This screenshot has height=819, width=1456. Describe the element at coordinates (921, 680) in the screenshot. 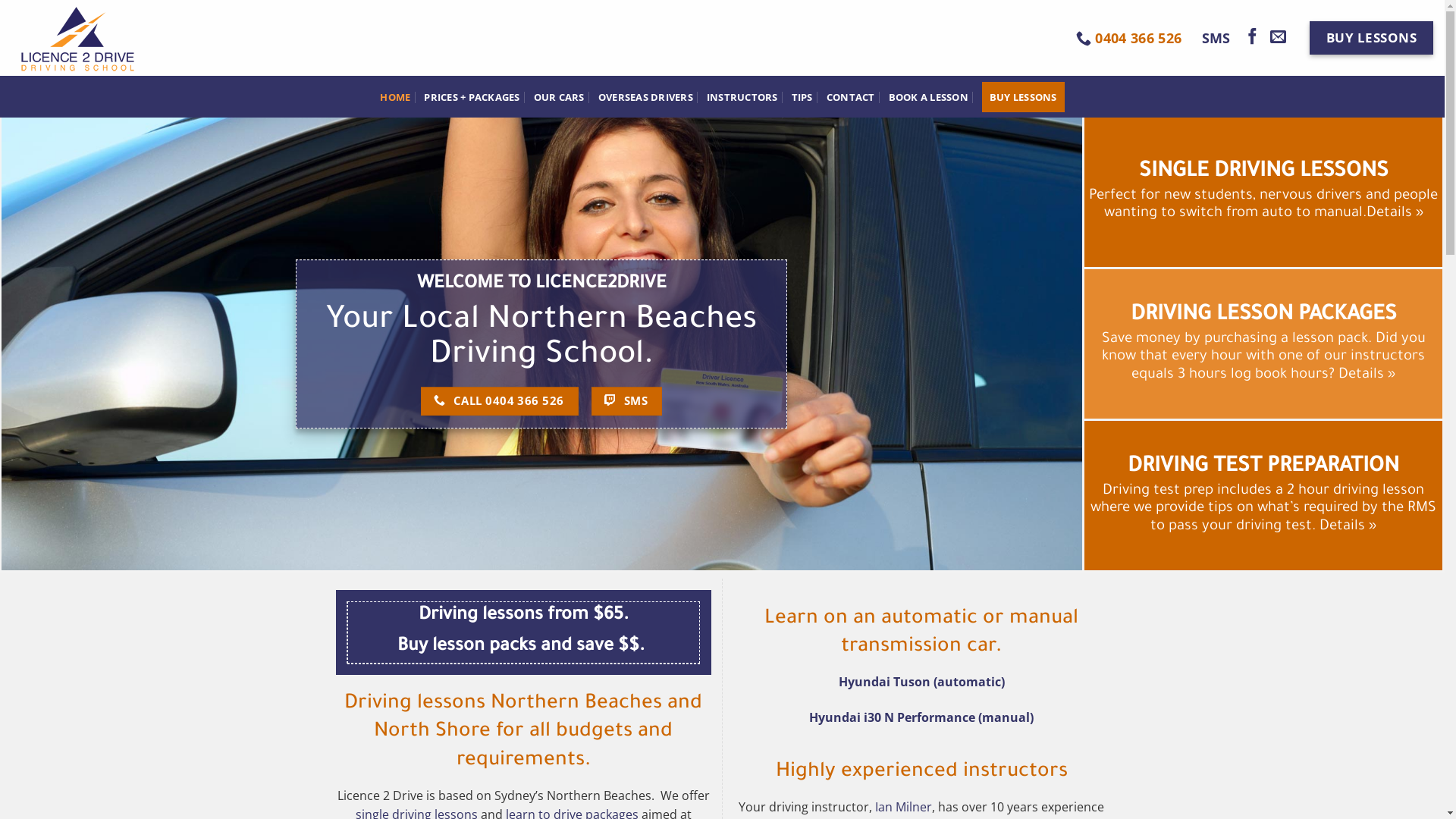

I see `'Hyundai Tuson (automatic)'` at that location.